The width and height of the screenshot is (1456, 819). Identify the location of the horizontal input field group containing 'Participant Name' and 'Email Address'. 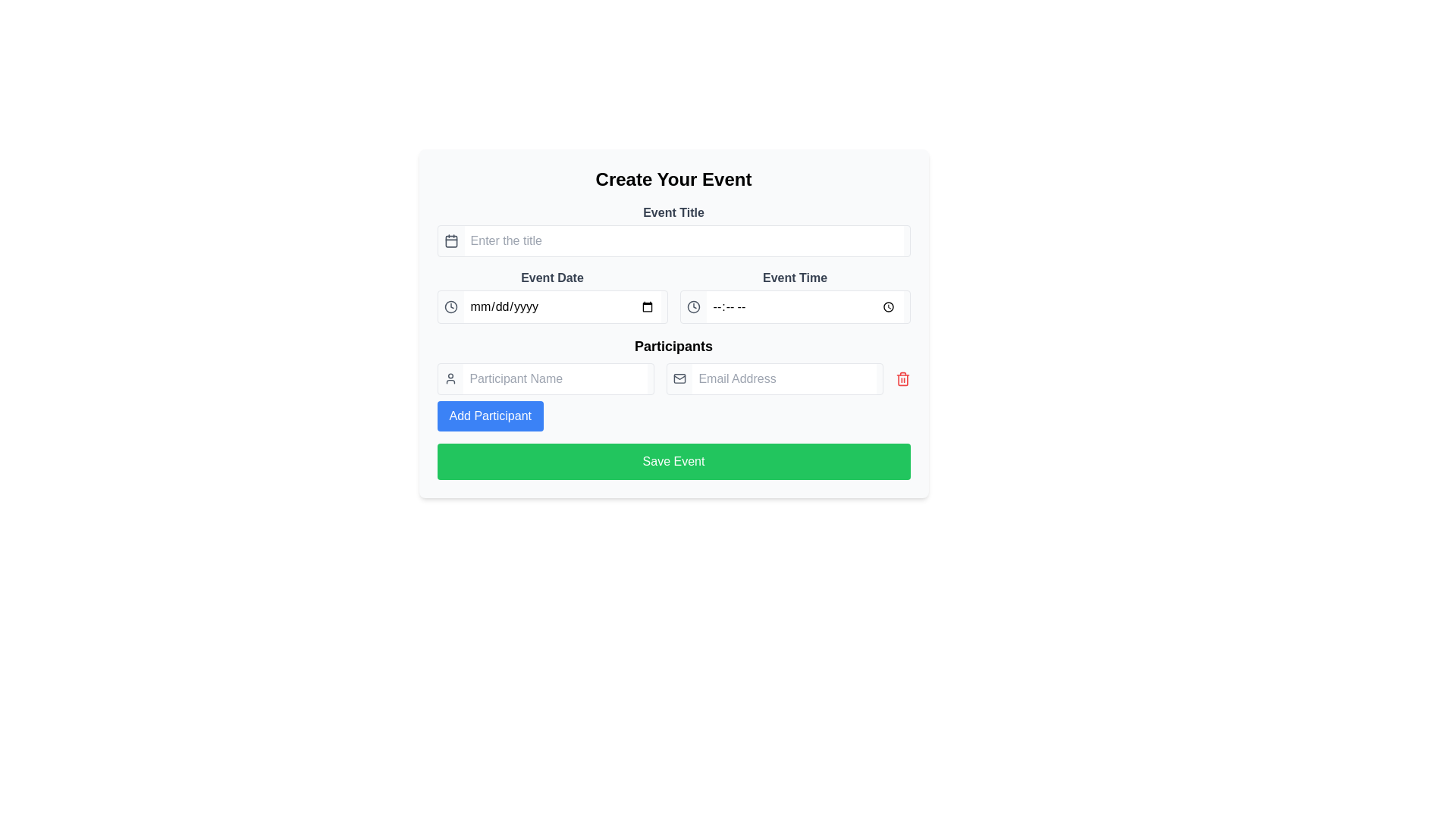
(673, 378).